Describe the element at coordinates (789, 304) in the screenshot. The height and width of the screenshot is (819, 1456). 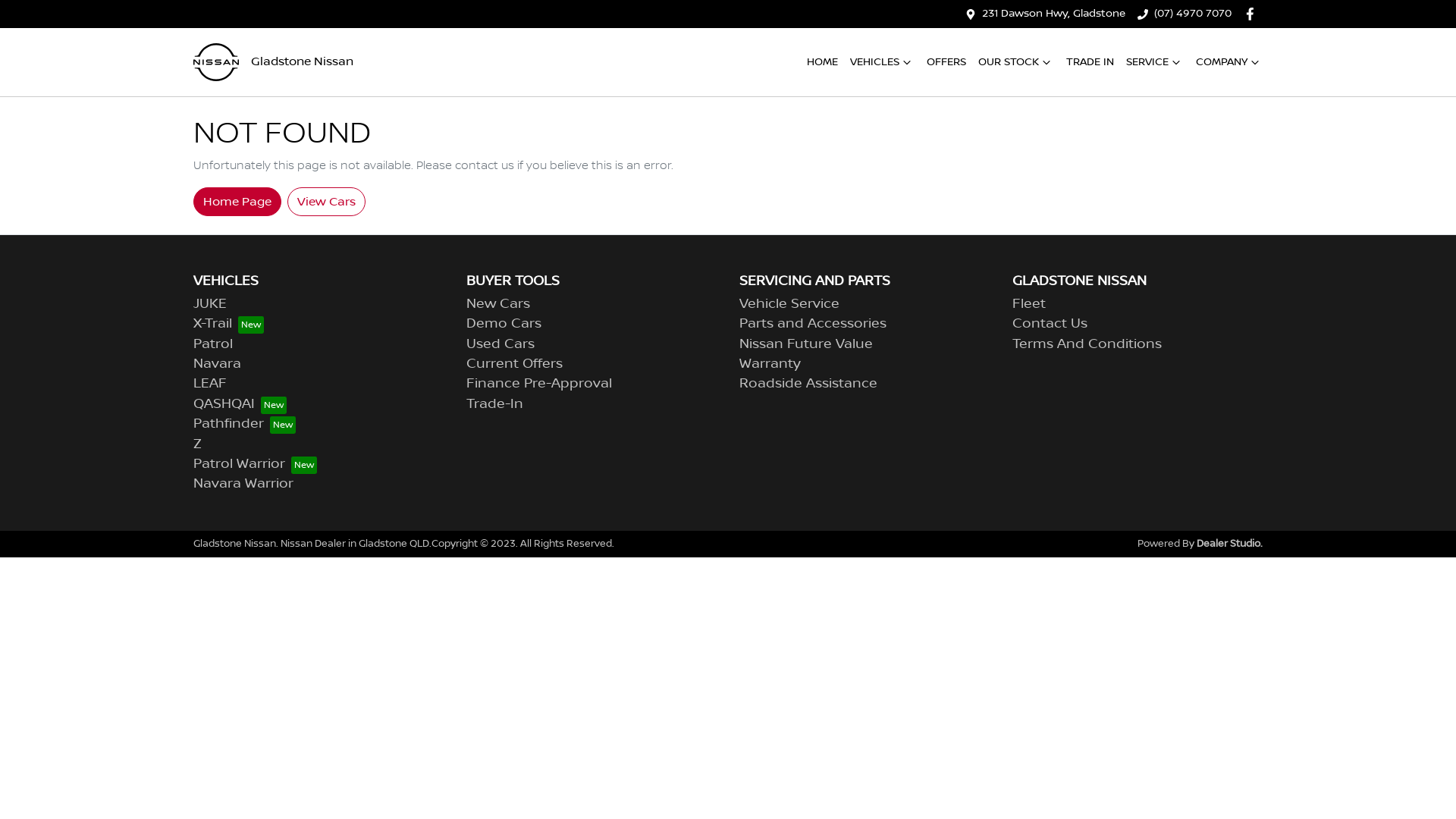
I see `'Vehicle Service'` at that location.